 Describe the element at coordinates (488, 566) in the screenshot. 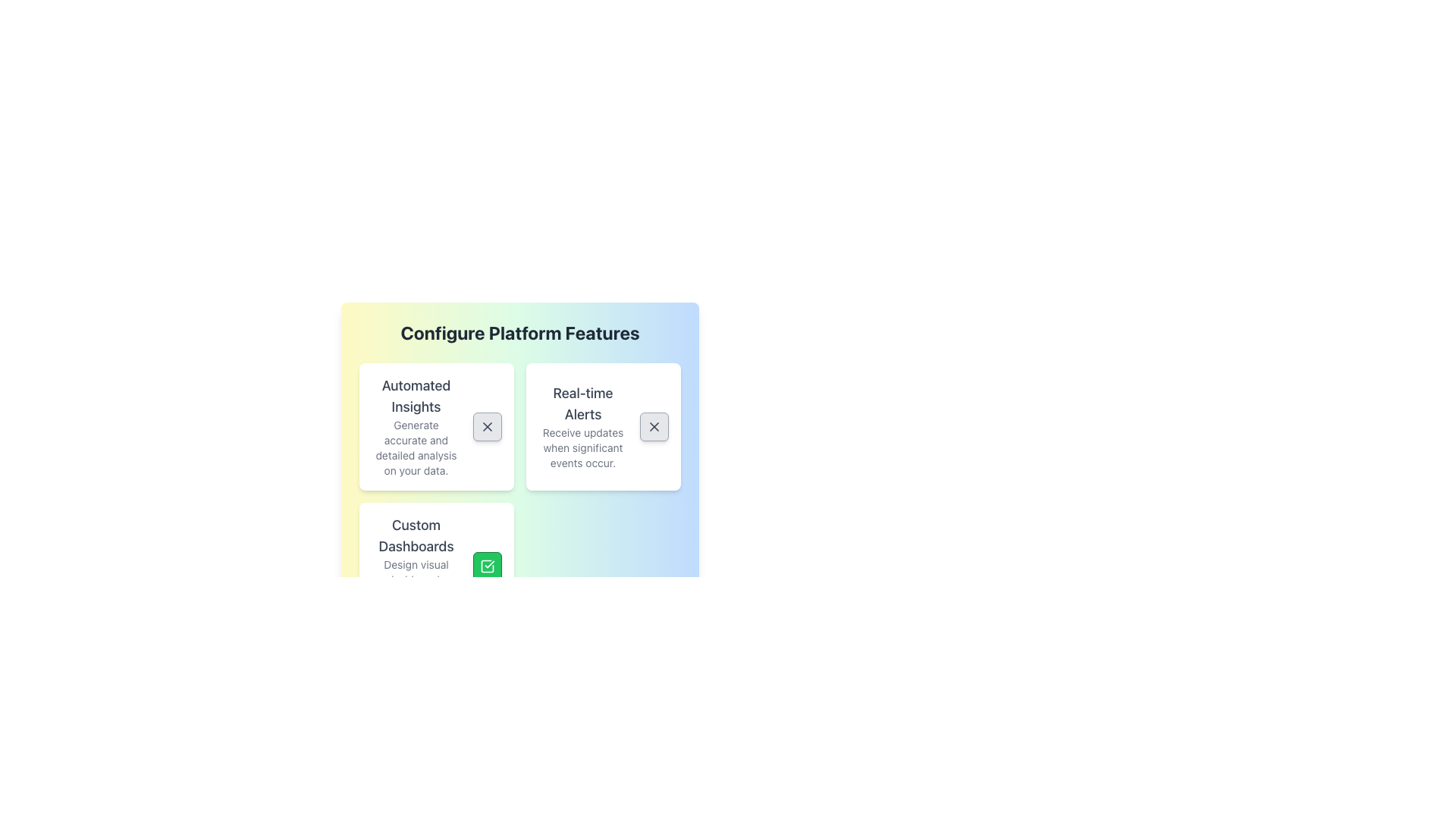

I see `the confirmation icon located at the center of the green button below the 'Custom Dashboards' section to indicate selection or confirmation` at that location.